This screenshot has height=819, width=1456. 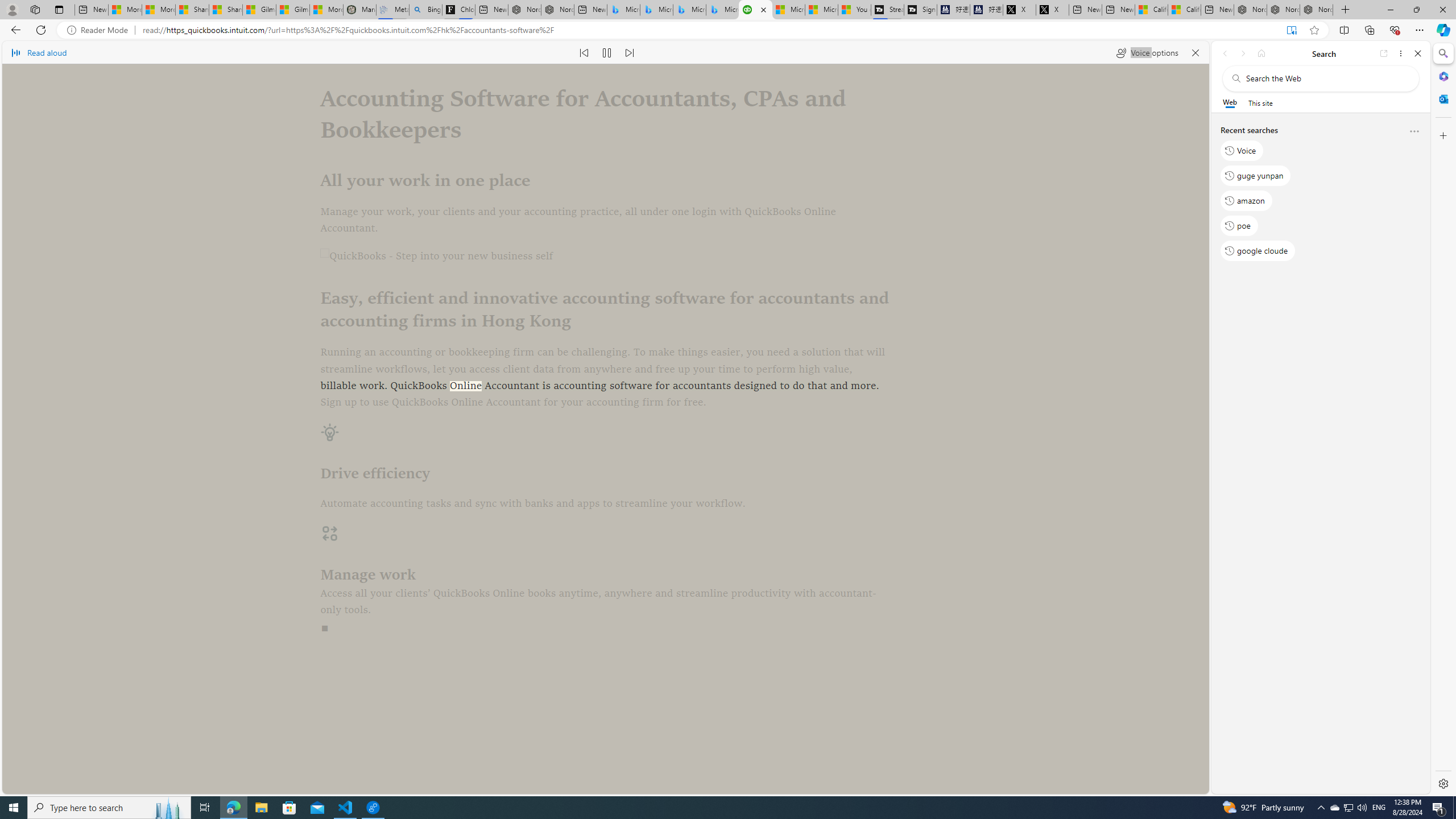 I want to click on 'Chloe Sorvino', so click(x=458, y=9).